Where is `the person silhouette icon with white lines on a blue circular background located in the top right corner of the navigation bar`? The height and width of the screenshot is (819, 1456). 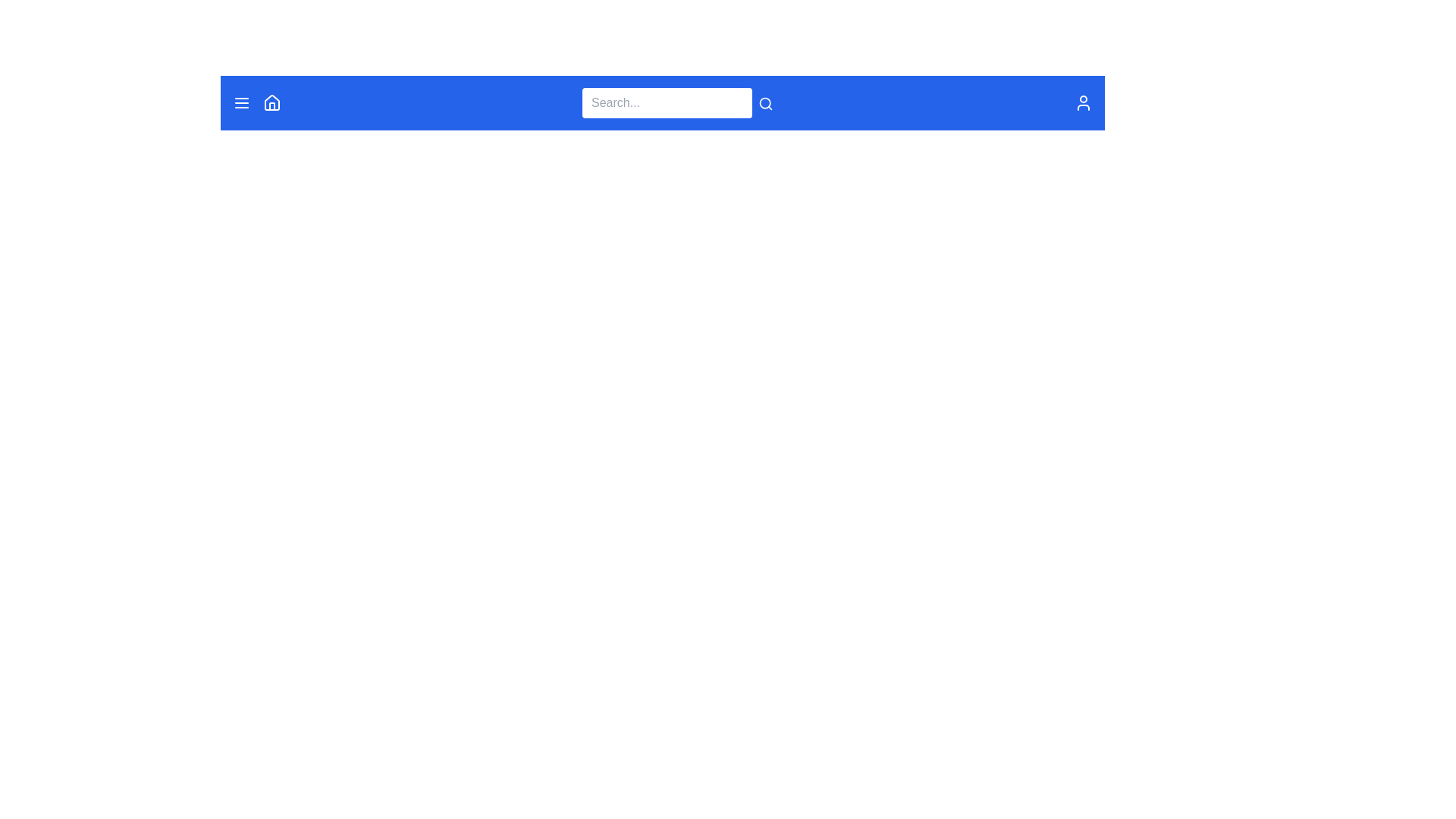 the person silhouette icon with white lines on a blue circular background located in the top right corner of the navigation bar is located at coordinates (1083, 102).